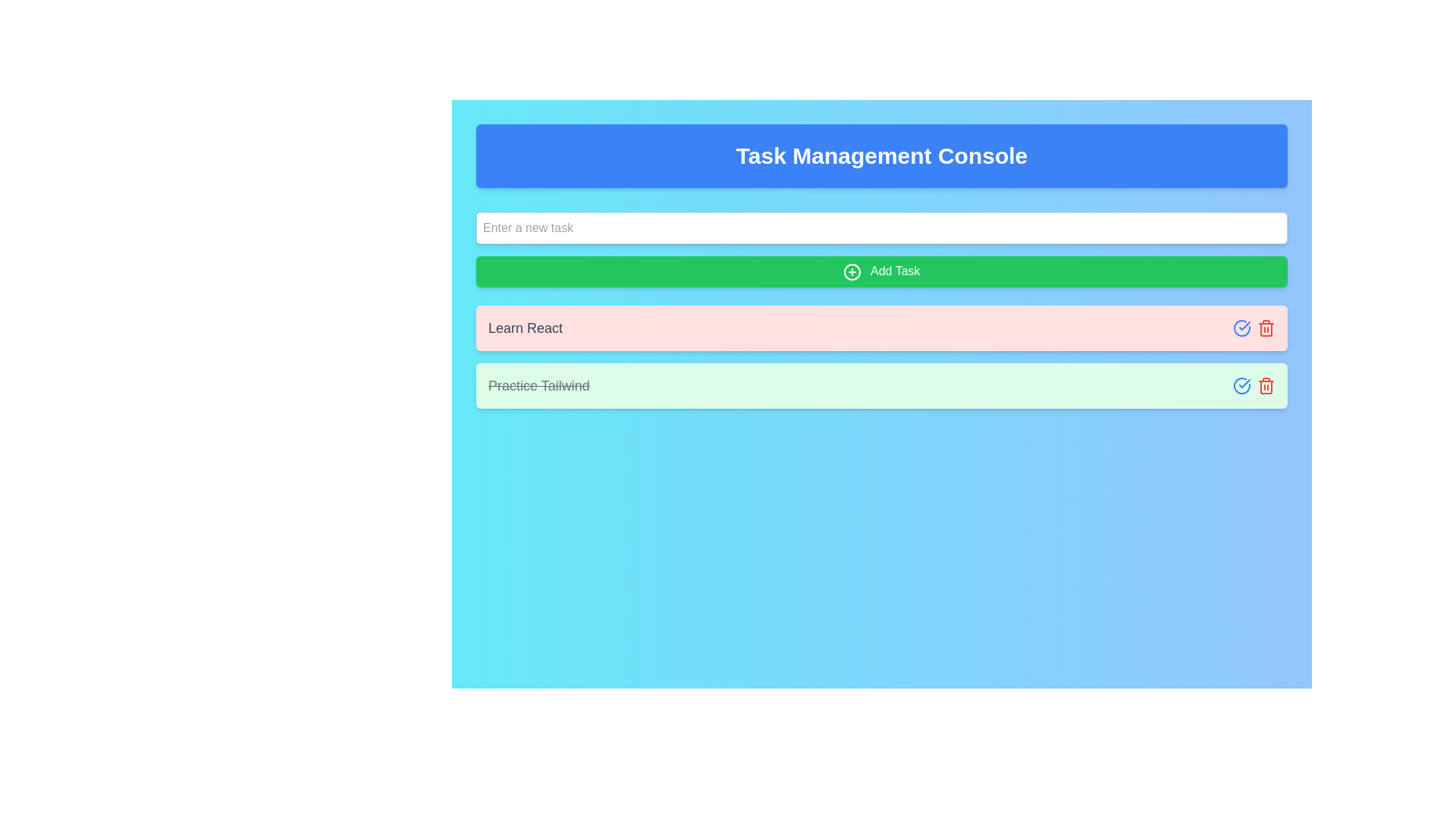 This screenshot has height=819, width=1456. I want to click on the checkmark icon, so click(1244, 325).